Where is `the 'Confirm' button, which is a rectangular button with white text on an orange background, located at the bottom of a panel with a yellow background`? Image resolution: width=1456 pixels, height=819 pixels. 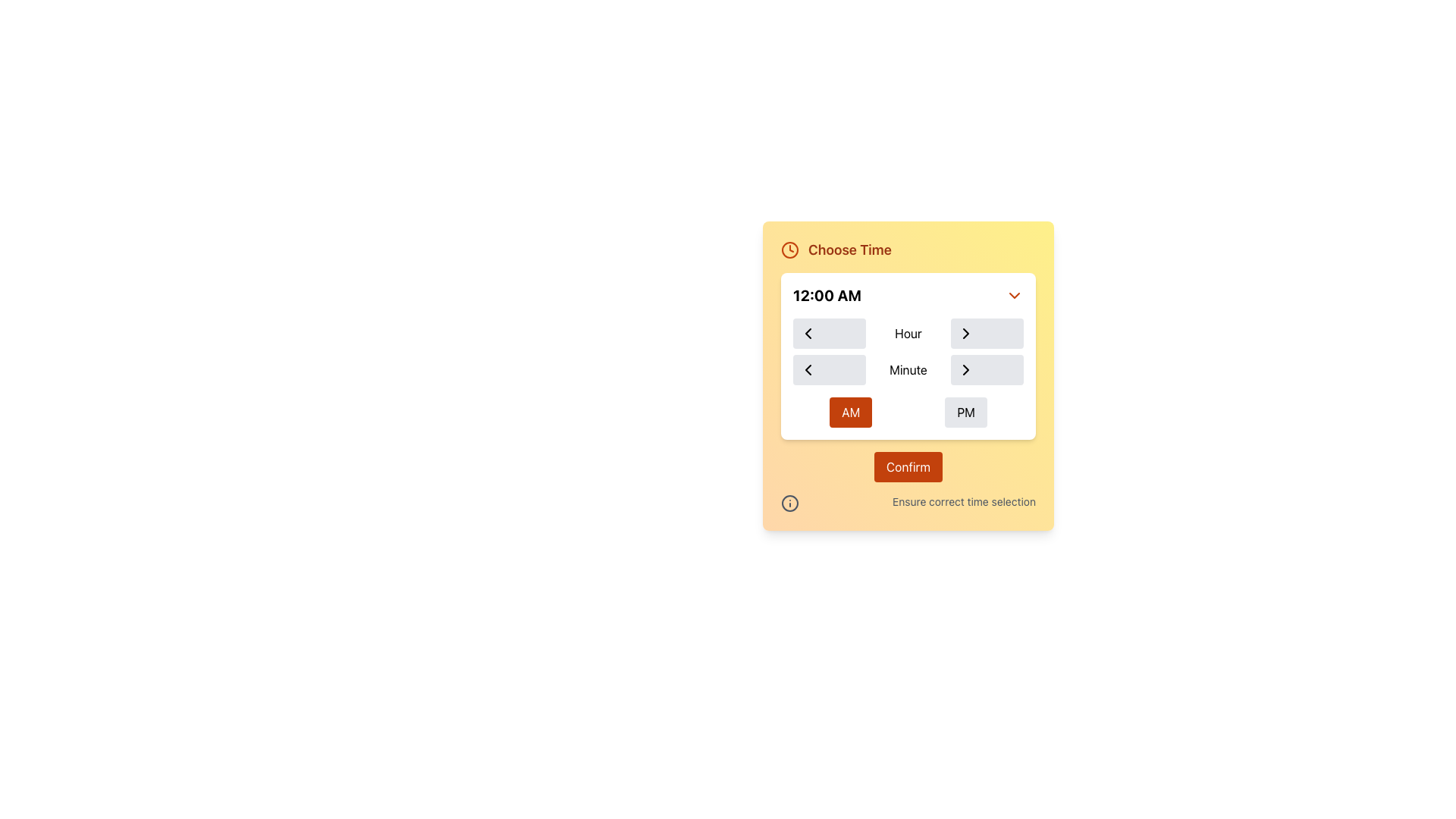
the 'Confirm' button, which is a rectangular button with white text on an orange background, located at the bottom of a panel with a yellow background is located at coordinates (908, 466).